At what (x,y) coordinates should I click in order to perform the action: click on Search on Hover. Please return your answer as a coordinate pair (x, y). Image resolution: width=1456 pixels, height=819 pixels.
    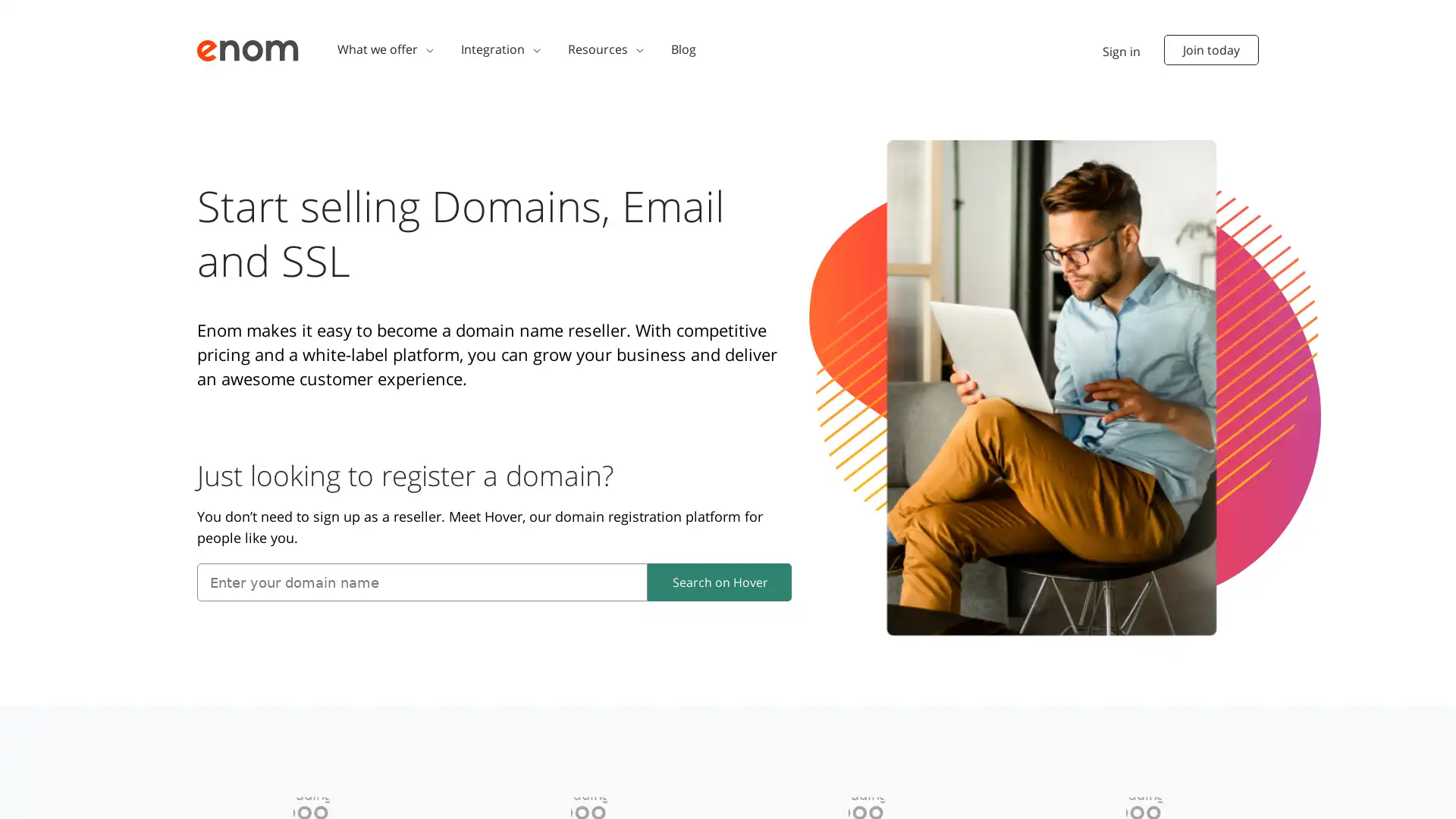
    Looking at the image, I should click on (719, 581).